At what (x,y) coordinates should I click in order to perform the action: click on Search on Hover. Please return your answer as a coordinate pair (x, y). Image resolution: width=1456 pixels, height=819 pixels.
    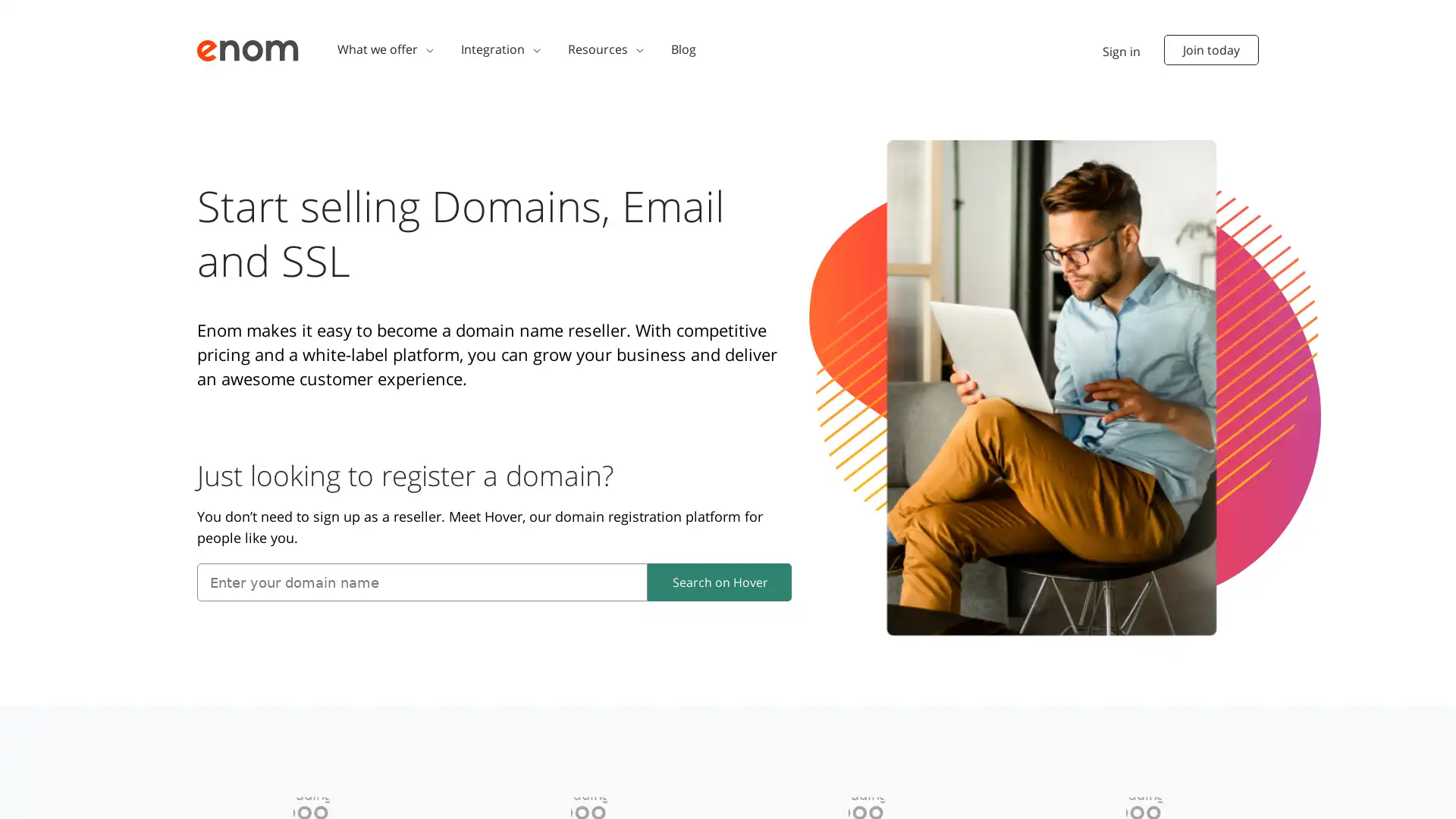
    Looking at the image, I should click on (719, 581).